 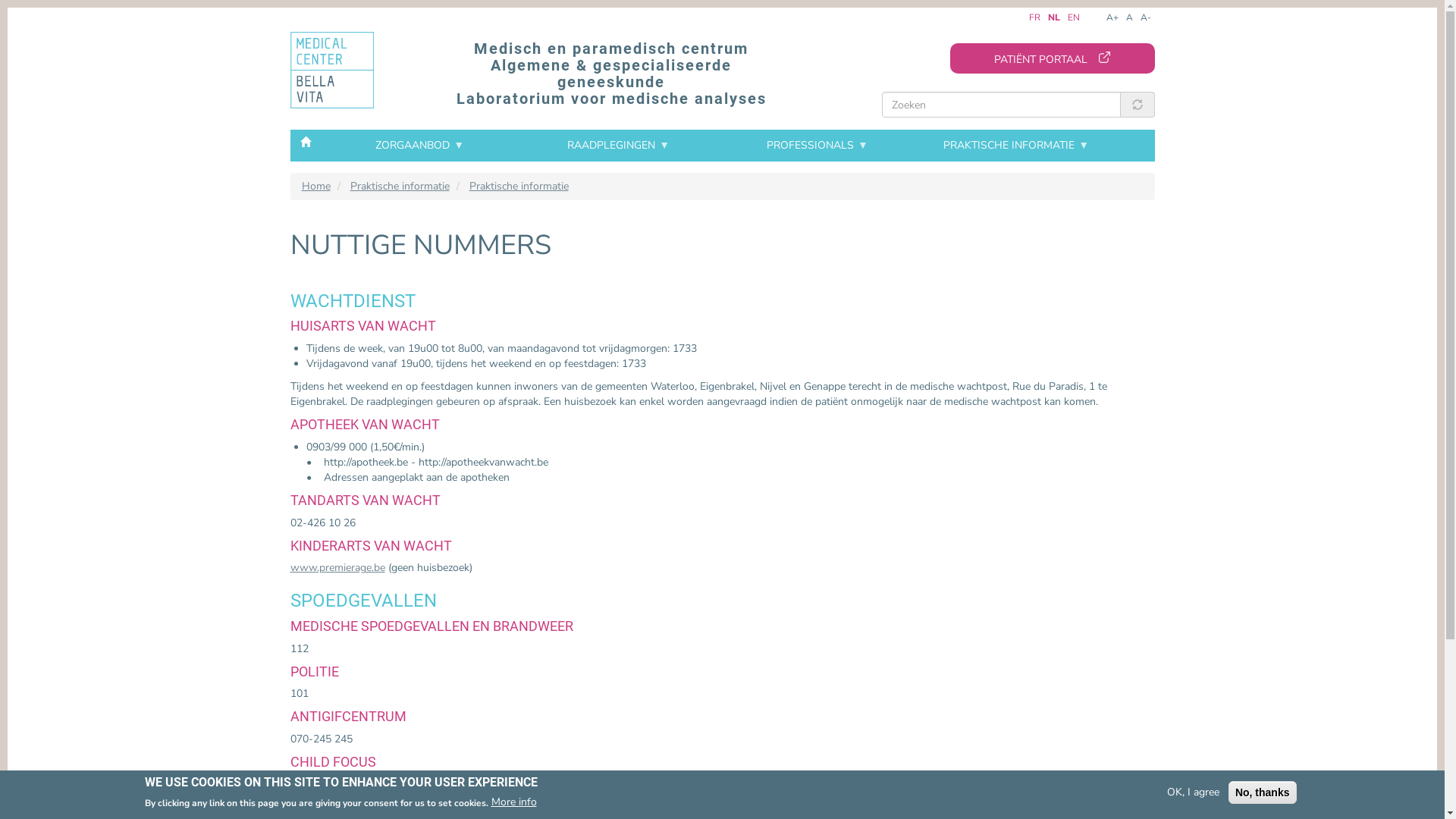 What do you see at coordinates (419, 146) in the screenshot?
I see `'ZORGAANBOD'` at bounding box center [419, 146].